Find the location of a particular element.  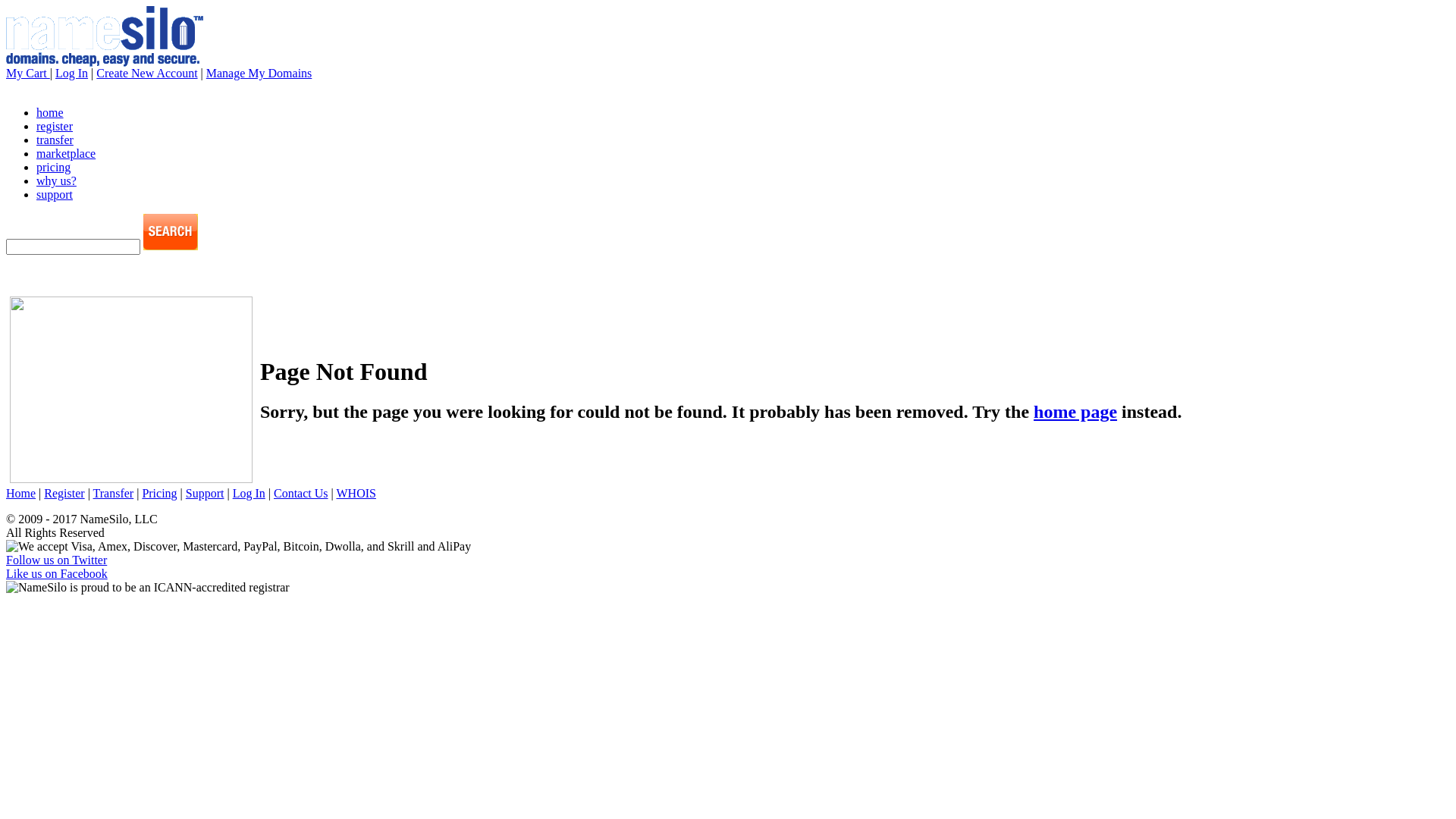

'My Cart' is located at coordinates (28, 73).